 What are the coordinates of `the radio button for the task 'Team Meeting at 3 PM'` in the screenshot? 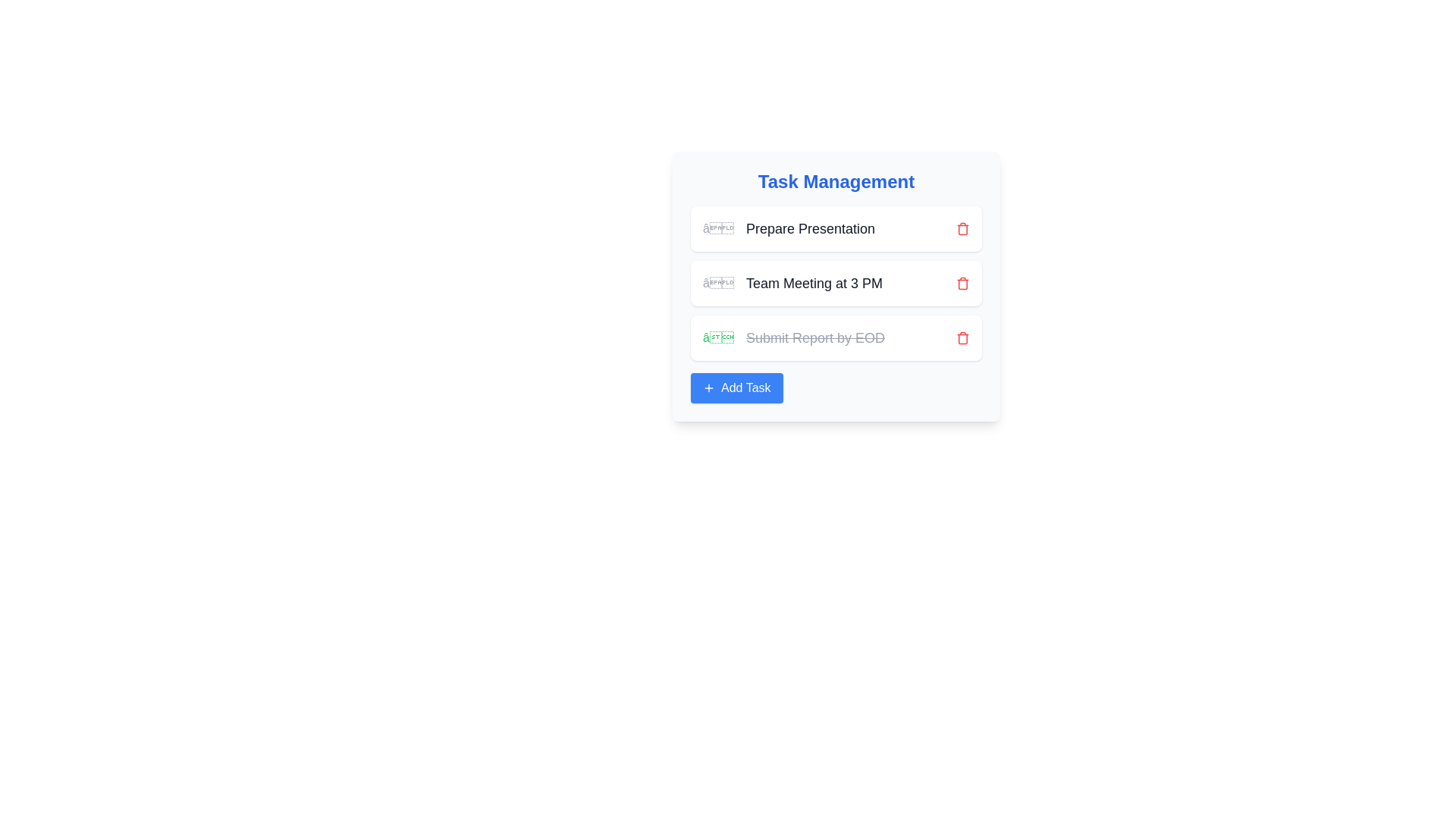 It's located at (717, 228).